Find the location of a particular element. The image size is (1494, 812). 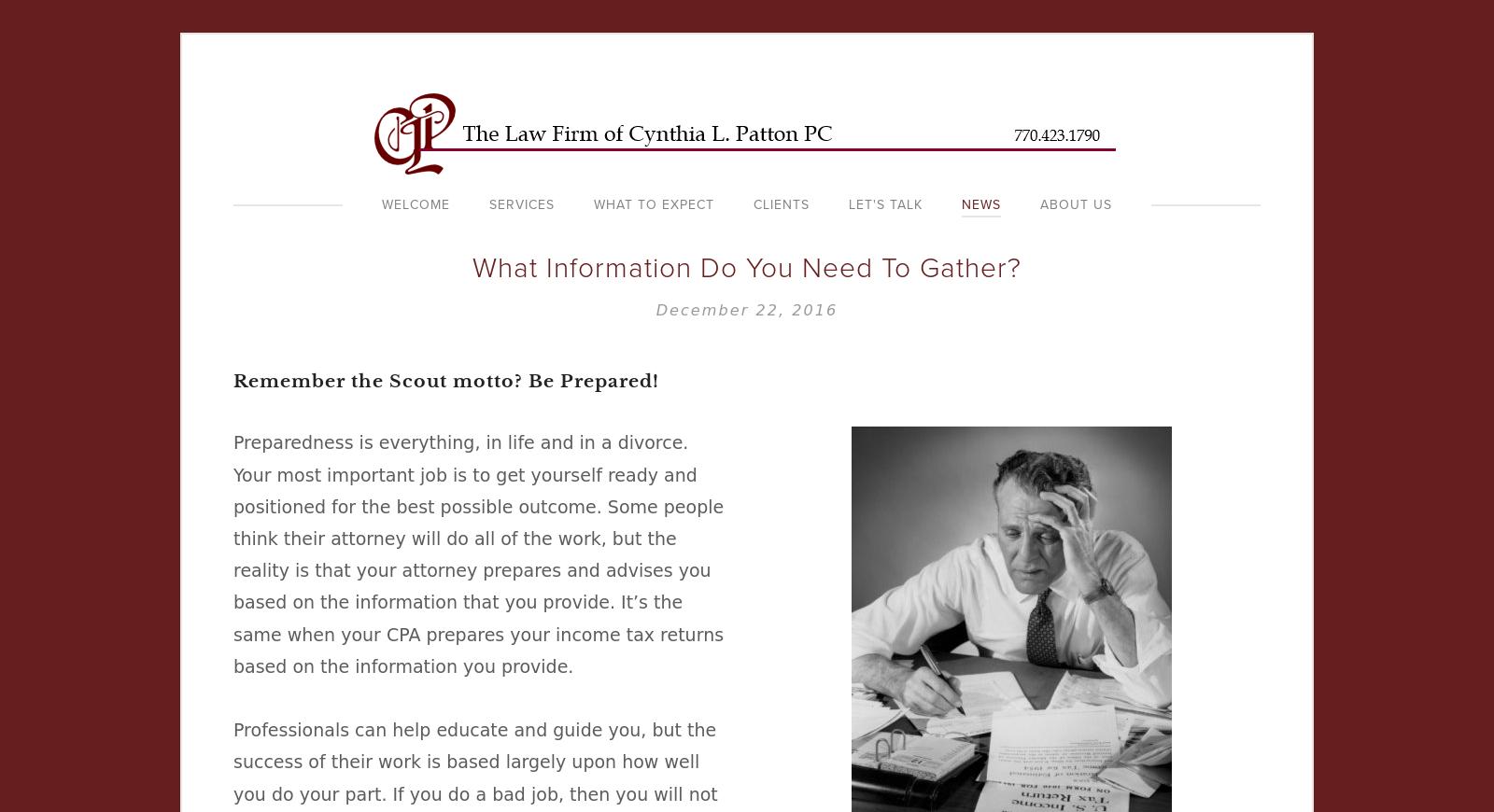

'News' is located at coordinates (981, 204).